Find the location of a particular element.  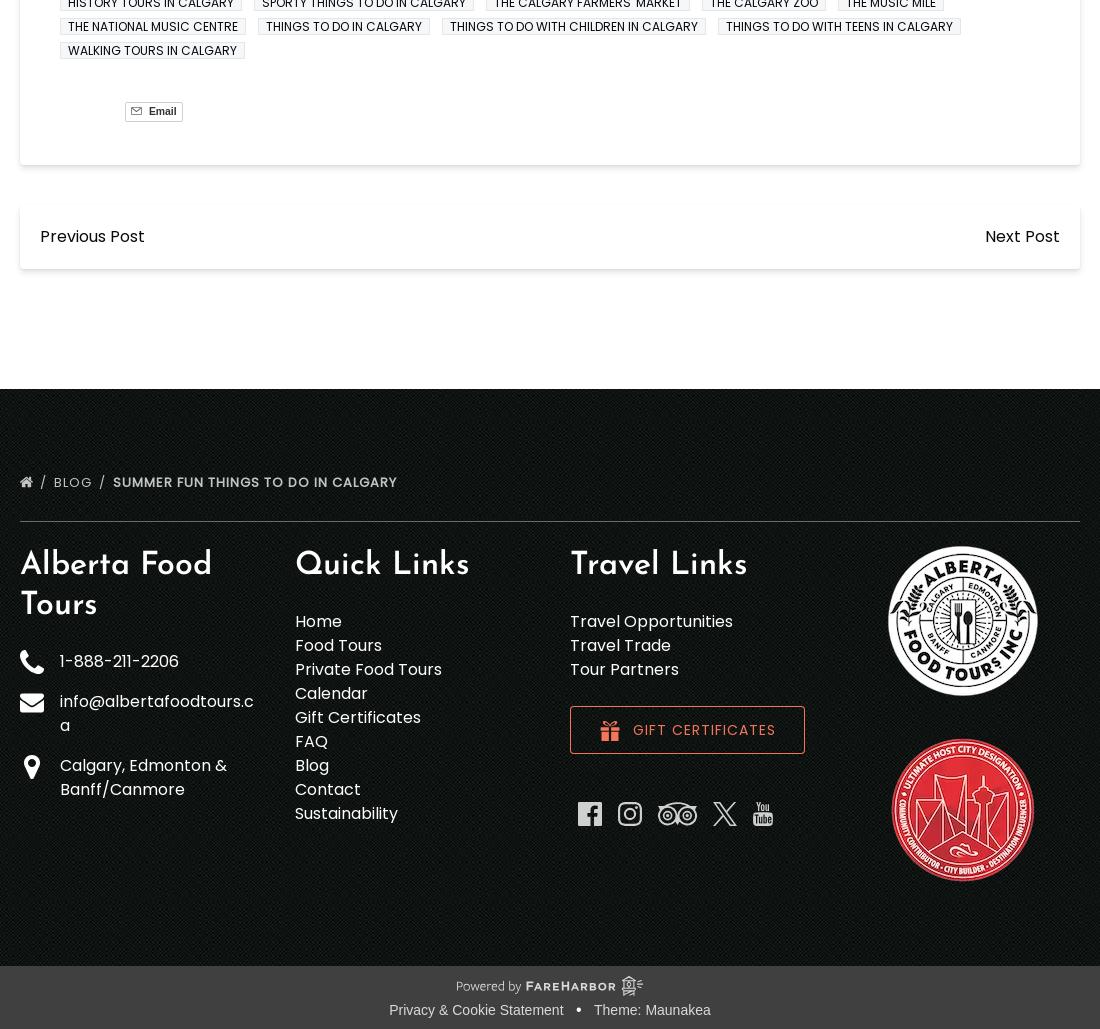

'Quick Links' is located at coordinates (382, 564).